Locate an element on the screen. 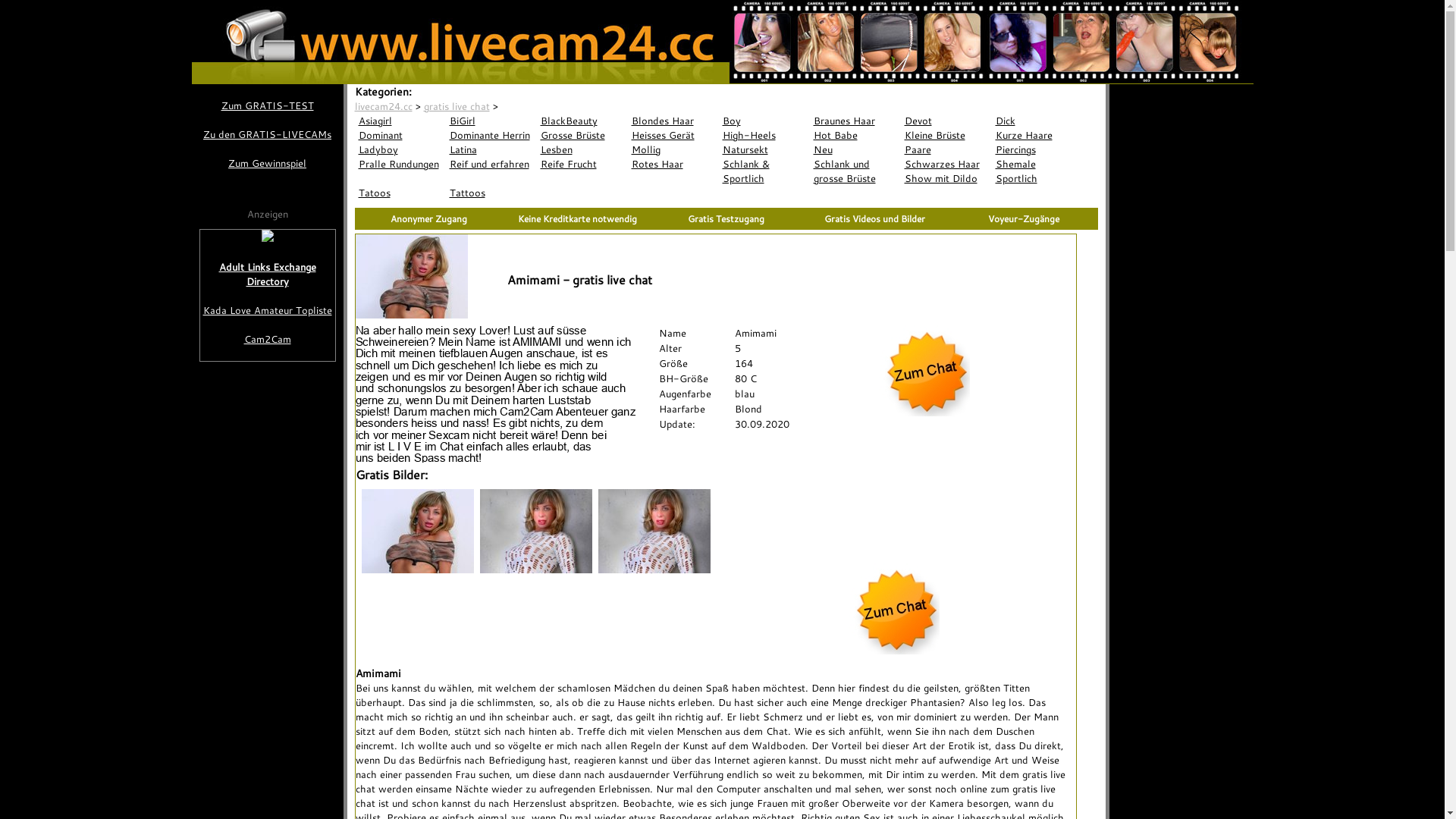 This screenshot has height=819, width=1456. 'Rotes Haar' is located at coordinates (628, 164).